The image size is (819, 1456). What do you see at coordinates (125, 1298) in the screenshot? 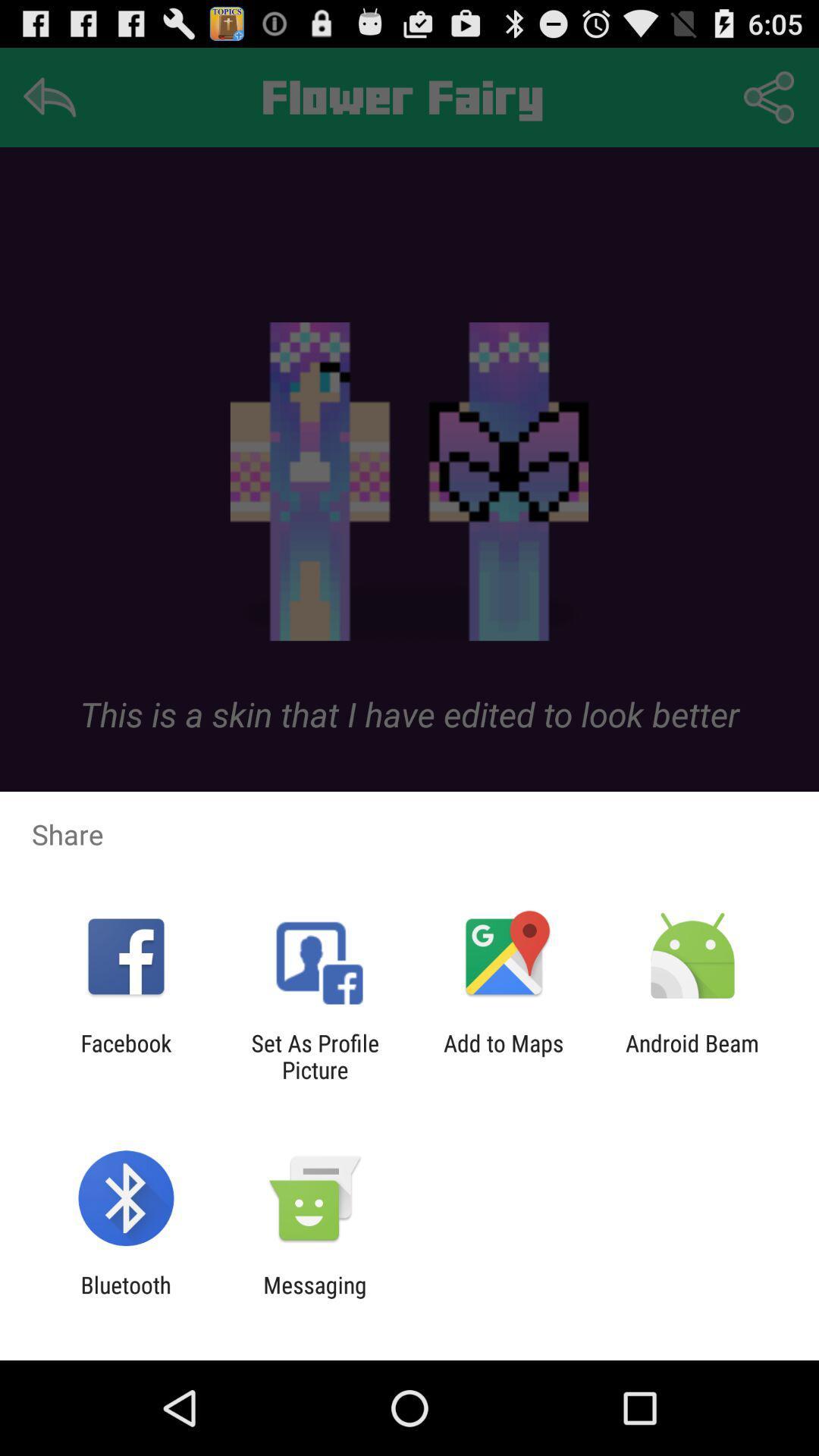
I see `item to the left of messaging item` at bounding box center [125, 1298].